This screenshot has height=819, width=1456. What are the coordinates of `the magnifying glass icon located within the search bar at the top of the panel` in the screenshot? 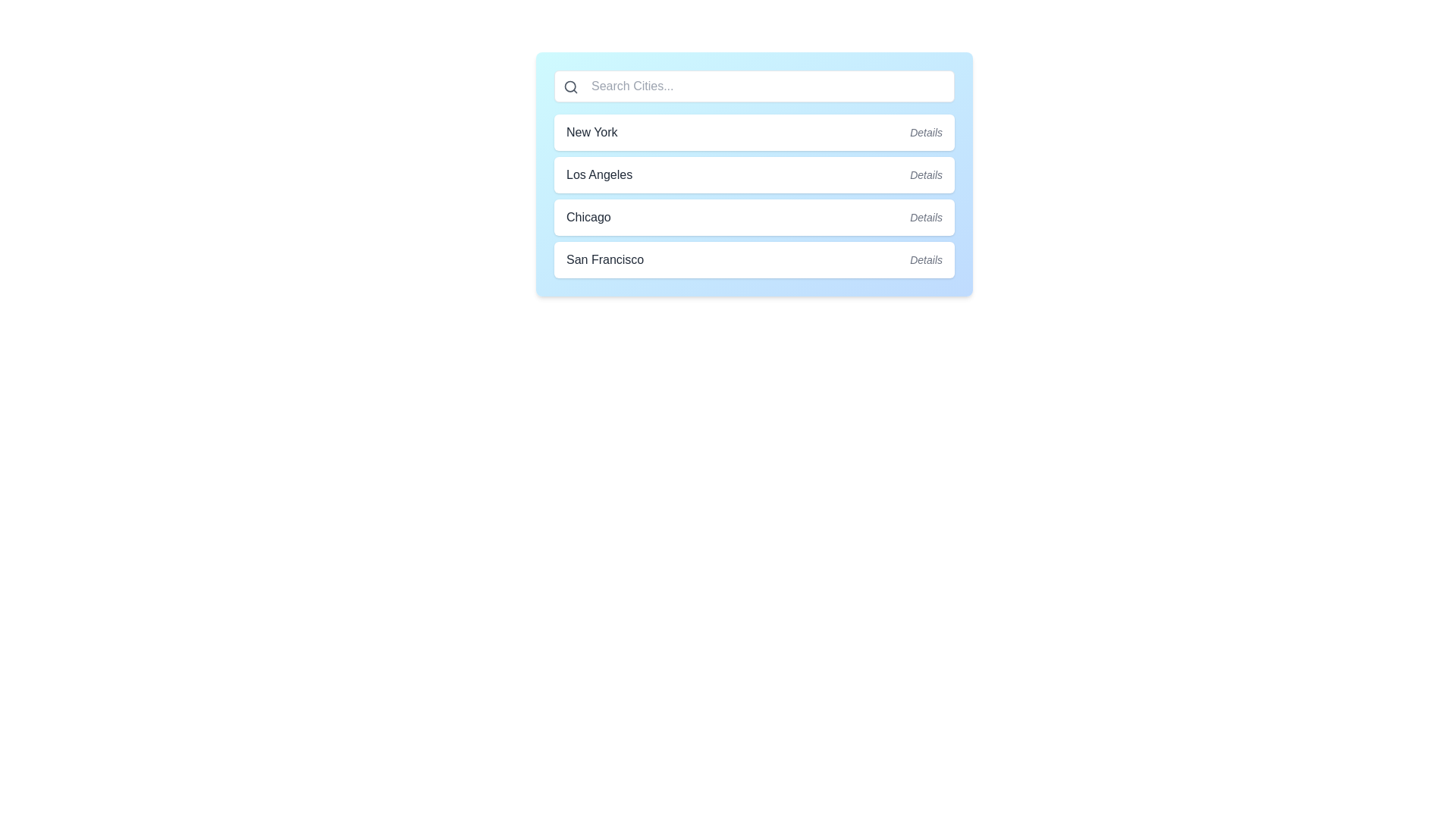 It's located at (570, 87).